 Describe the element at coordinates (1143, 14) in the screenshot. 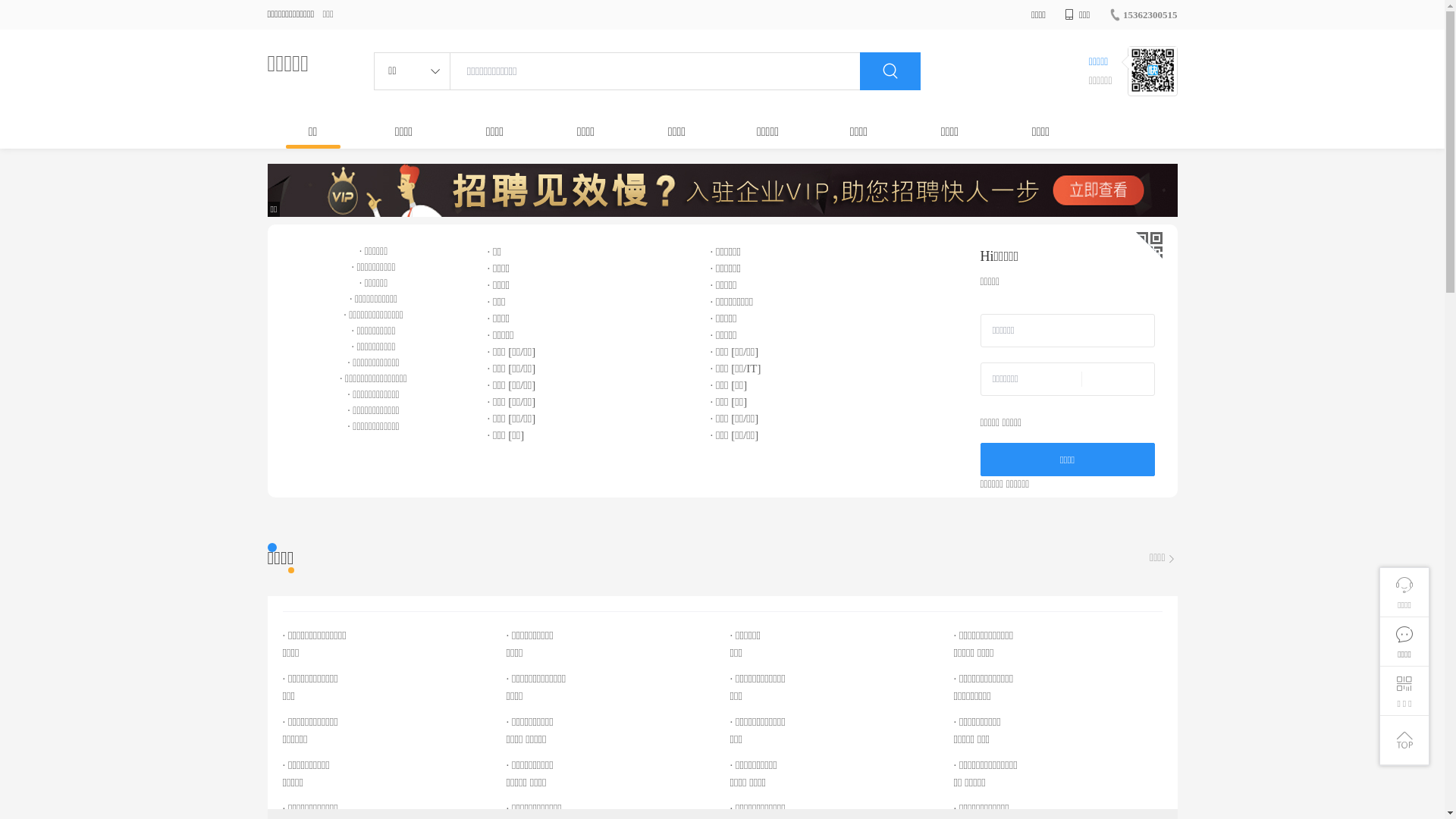

I see `'15362300515'` at that location.